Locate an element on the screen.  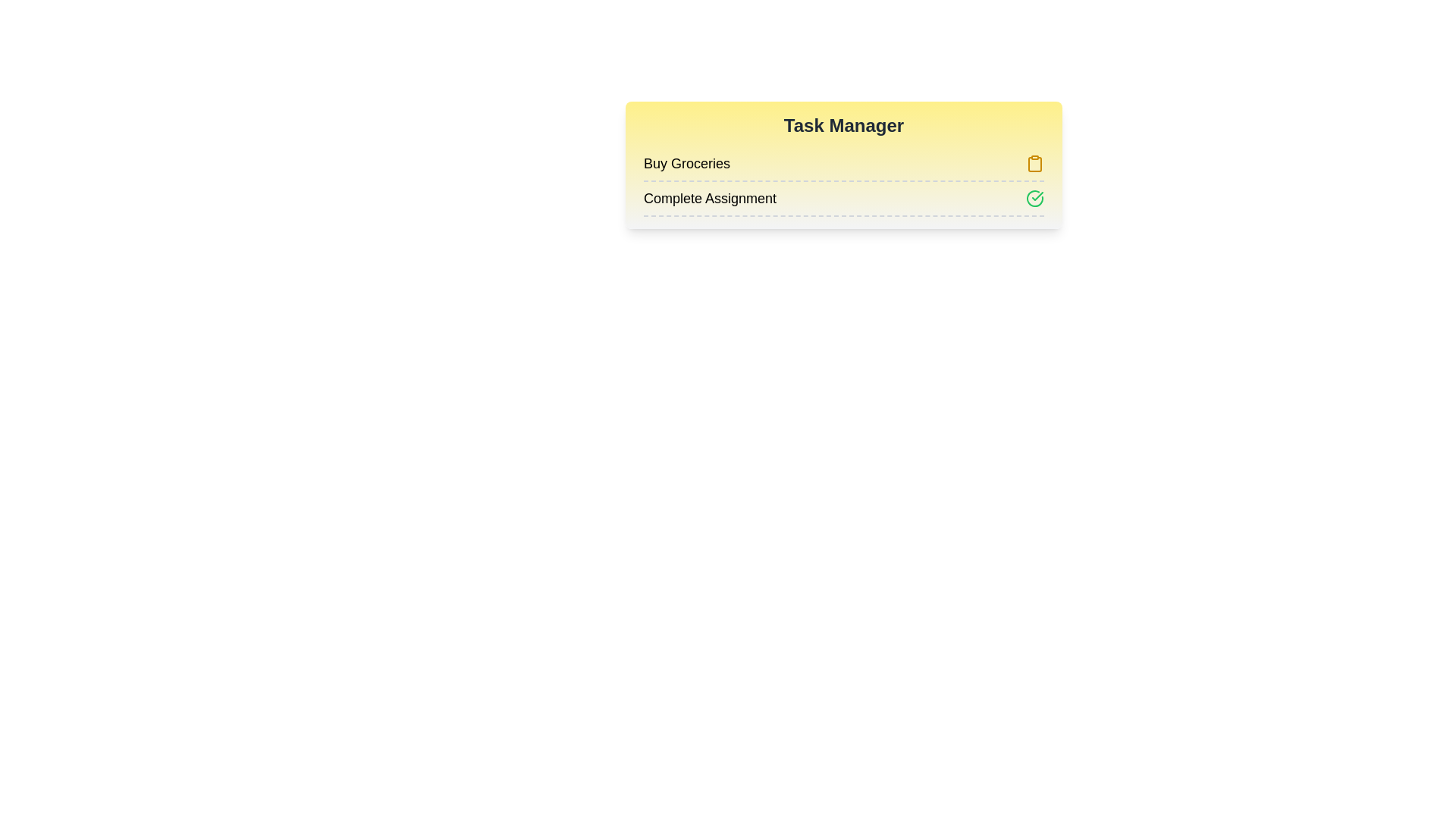
tasks listed in the 'Task Manager' panel, which contains a bold title and two vertically stacked task items: 'Buy Groceries' and 'Complete Assignment.' is located at coordinates (843, 165).